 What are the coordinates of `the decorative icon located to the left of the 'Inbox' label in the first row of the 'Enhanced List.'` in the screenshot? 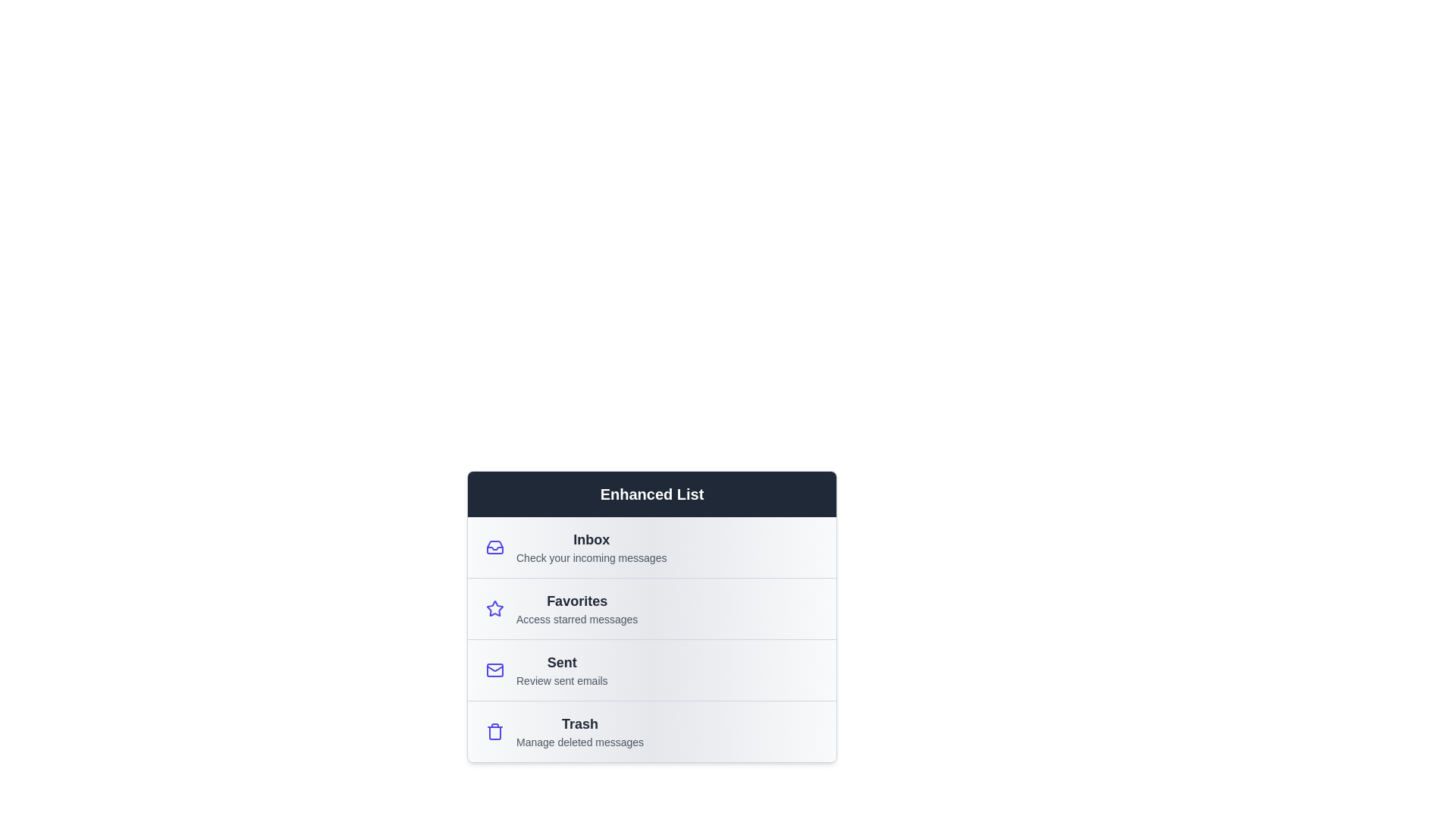 It's located at (494, 547).